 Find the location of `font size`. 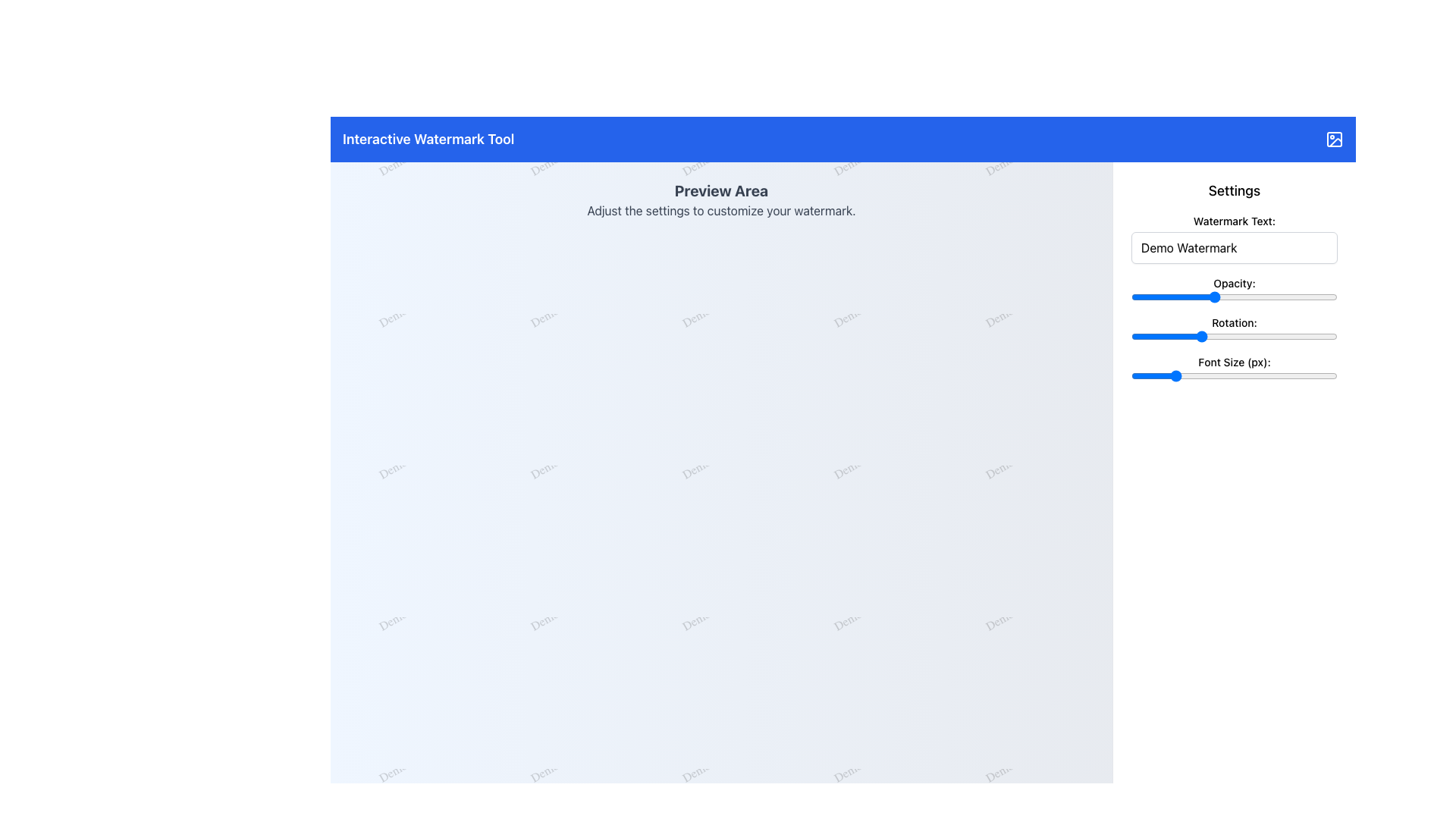

font size is located at coordinates (1309, 375).